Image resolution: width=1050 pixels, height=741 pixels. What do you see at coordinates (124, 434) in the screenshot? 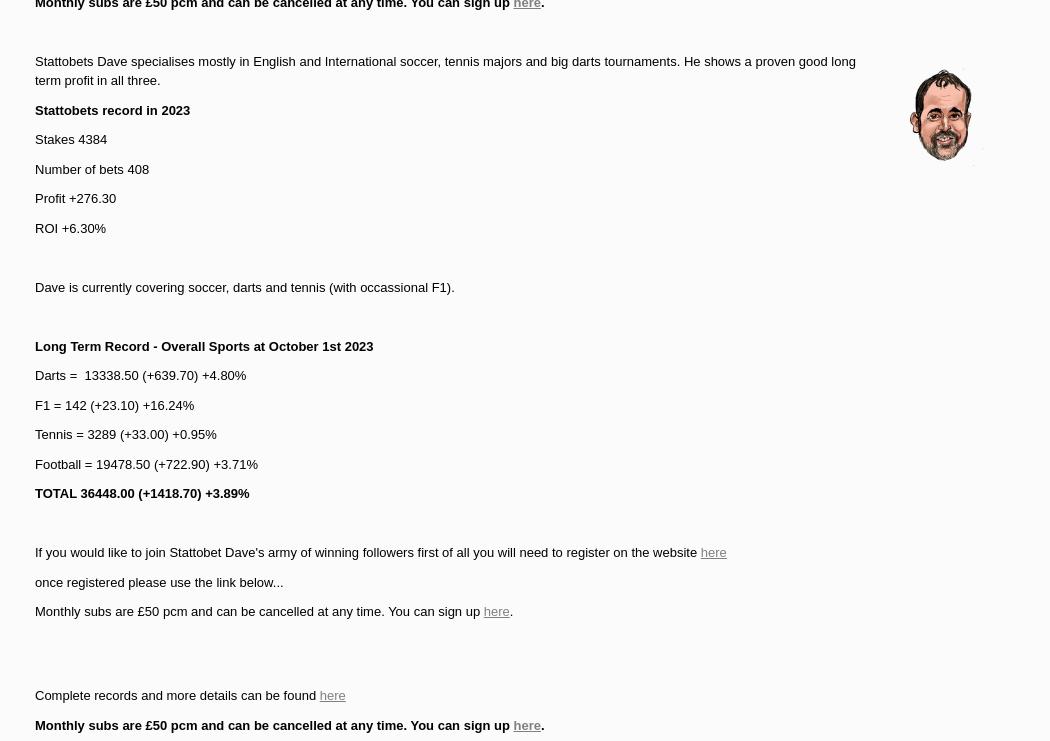
I see `'Tennis = 3289 (+33.00) +0.95%'` at bounding box center [124, 434].